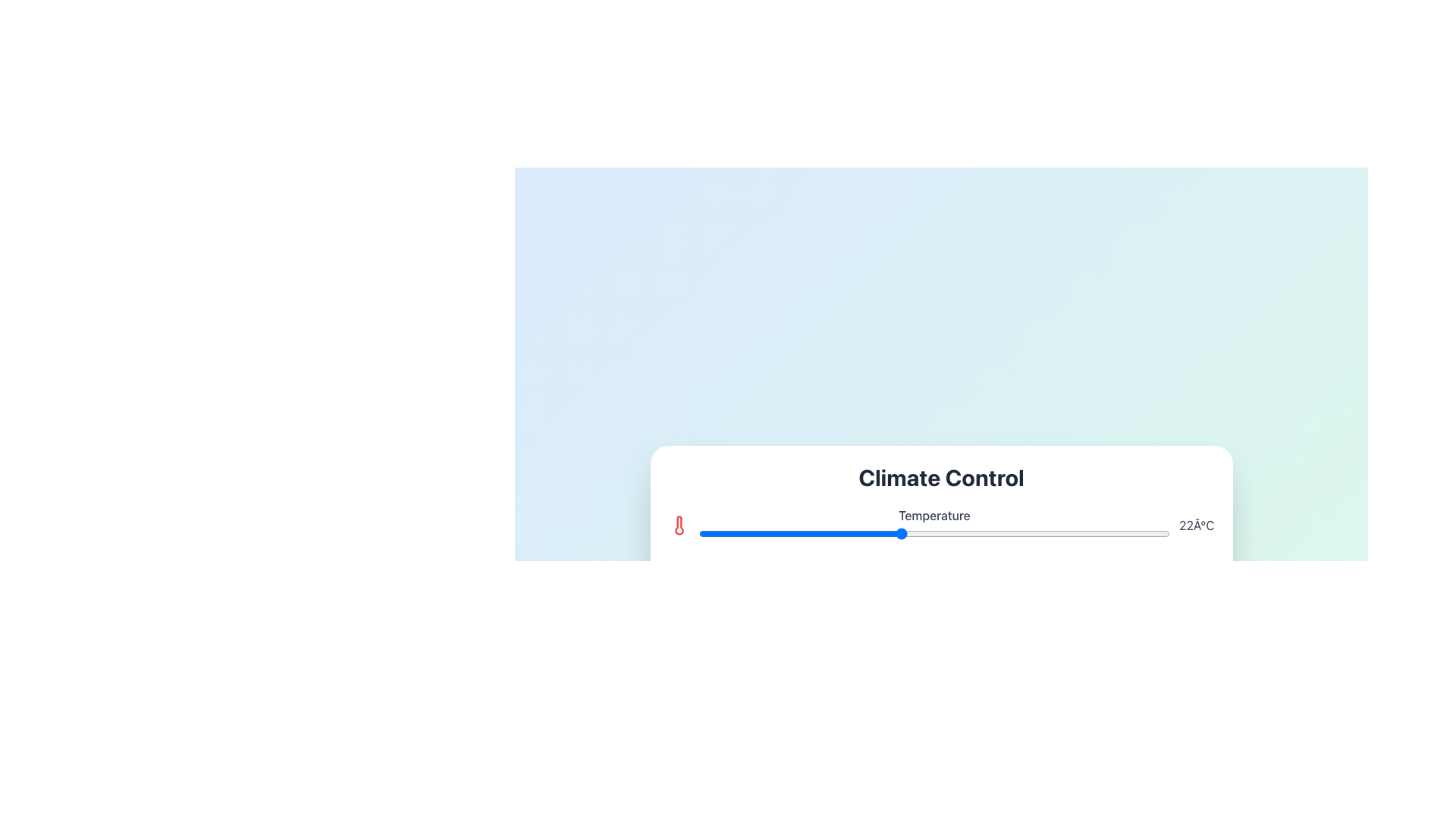 The width and height of the screenshot is (1456, 819). I want to click on the temperature slider, so click(1103, 533).